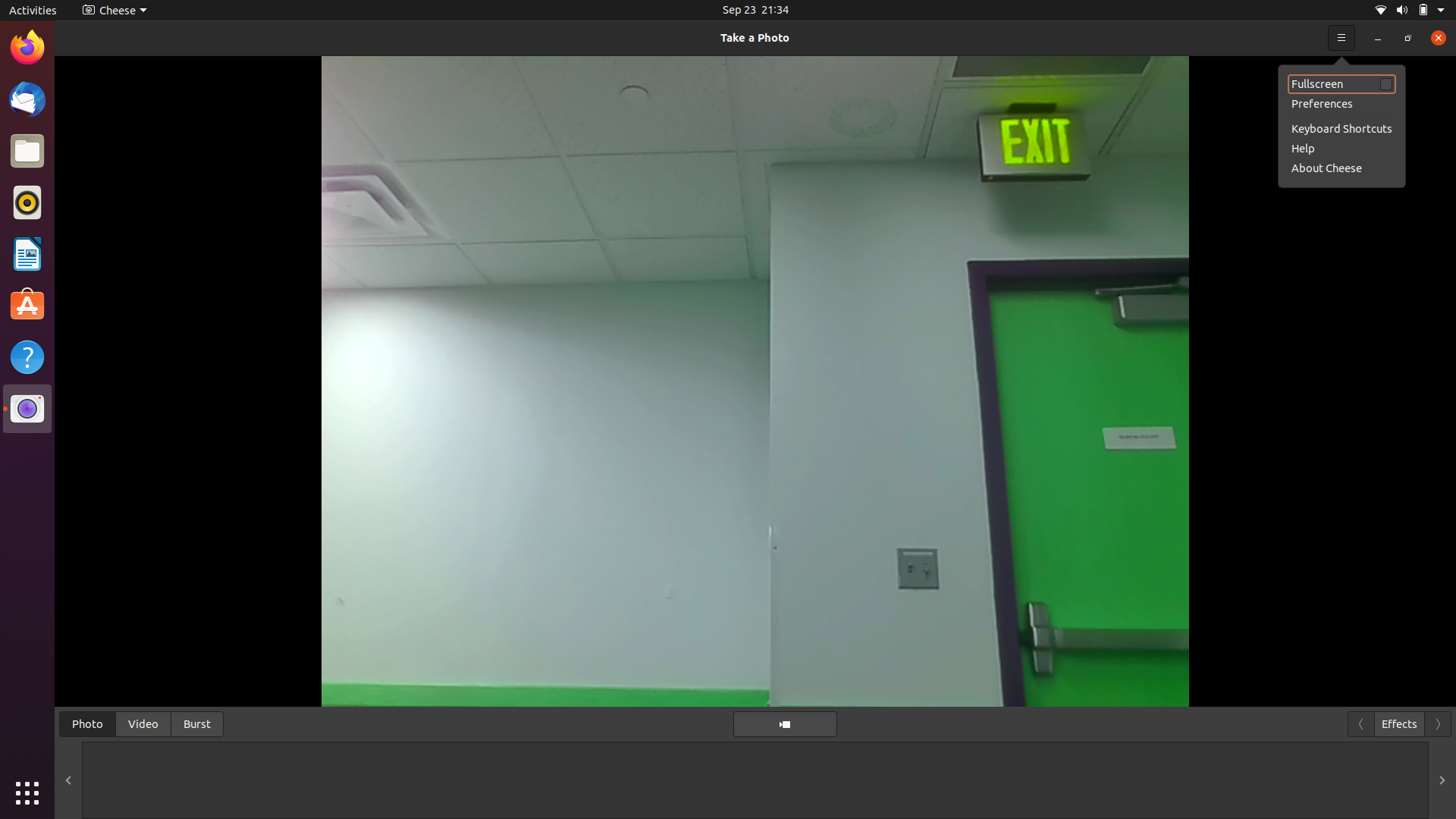  What do you see at coordinates (1407, 37) in the screenshot?
I see `Maximize the screen` at bounding box center [1407, 37].